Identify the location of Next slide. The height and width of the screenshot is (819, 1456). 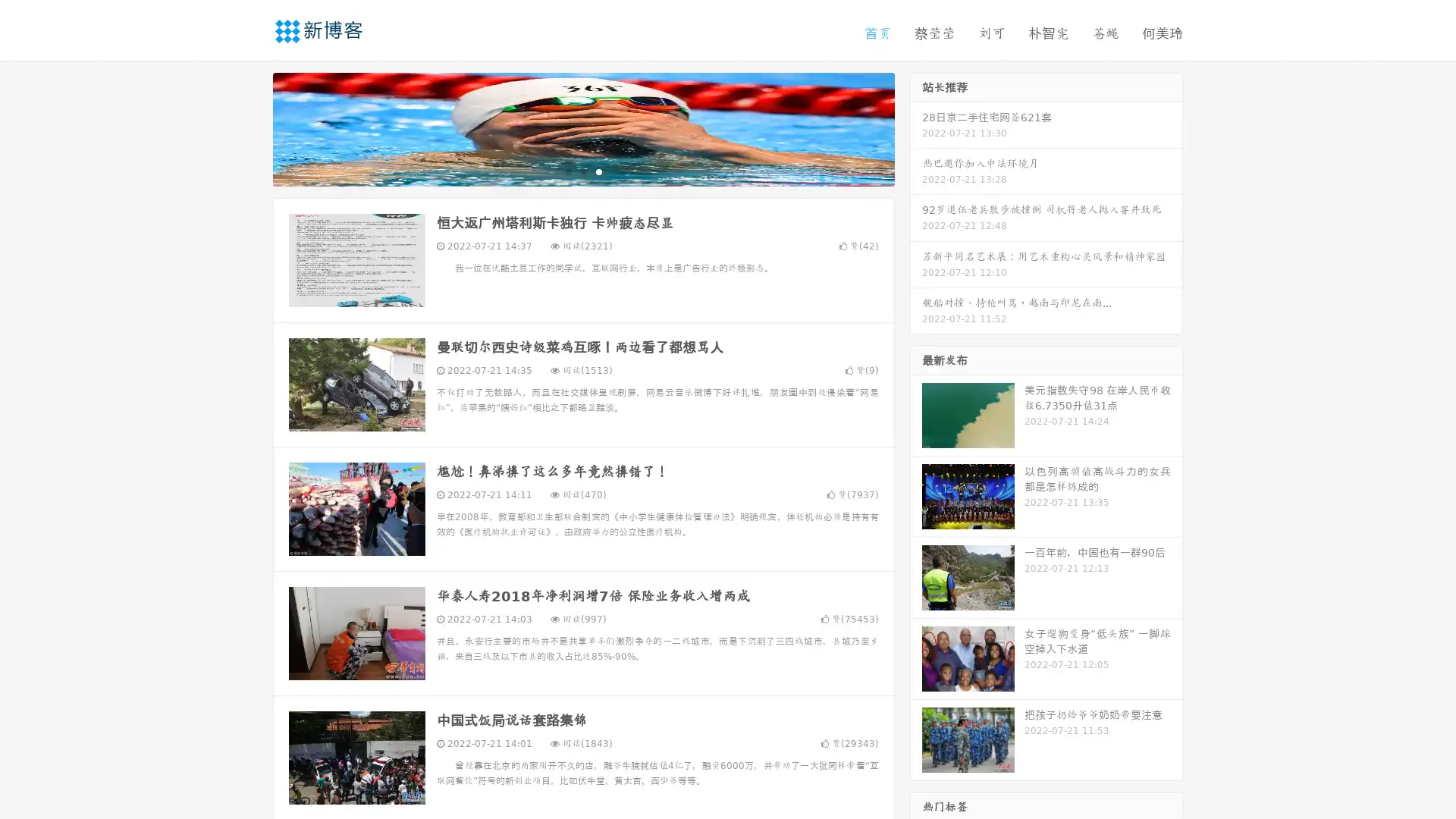
(916, 127).